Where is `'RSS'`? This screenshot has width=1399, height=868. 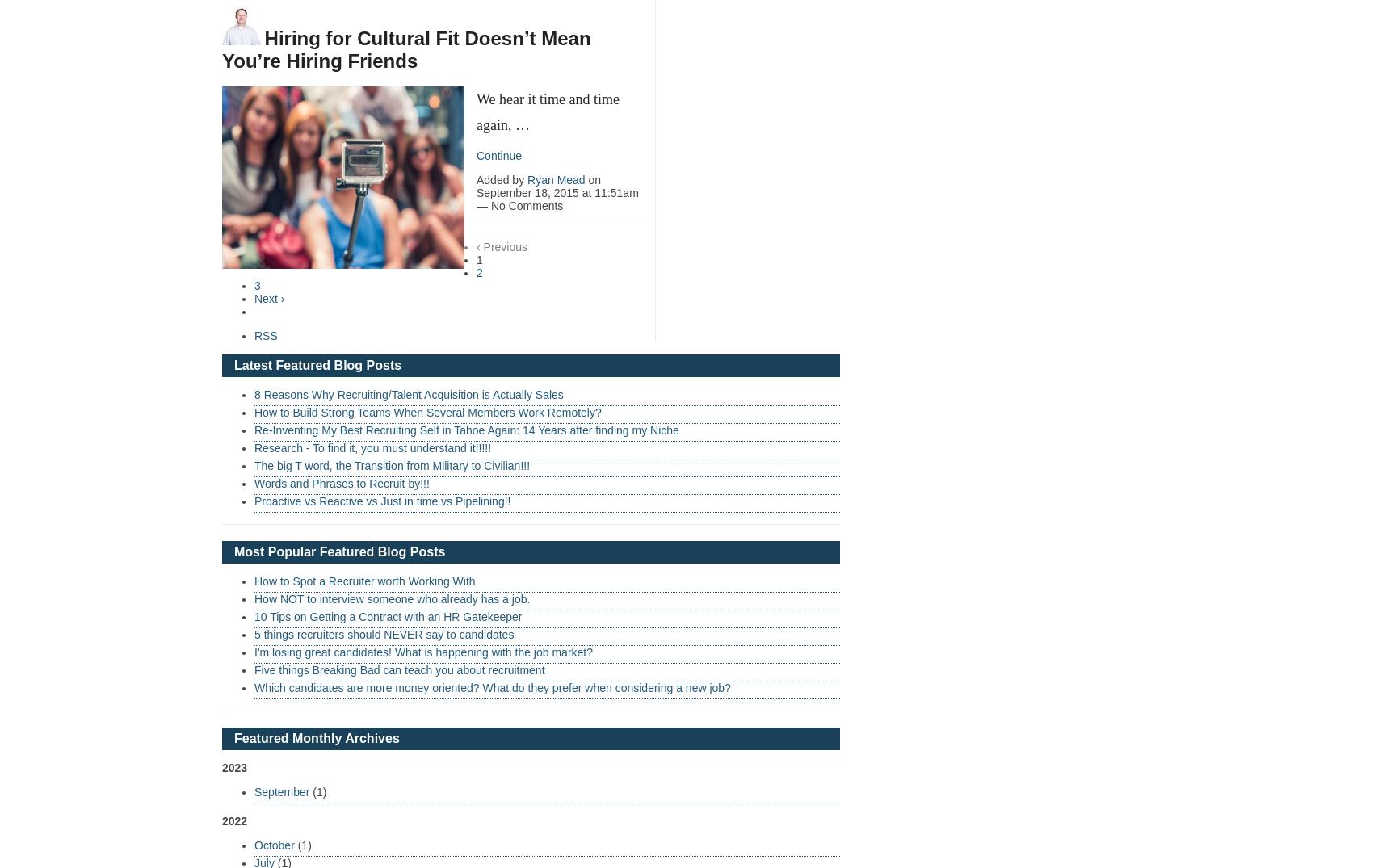
'RSS' is located at coordinates (265, 333).